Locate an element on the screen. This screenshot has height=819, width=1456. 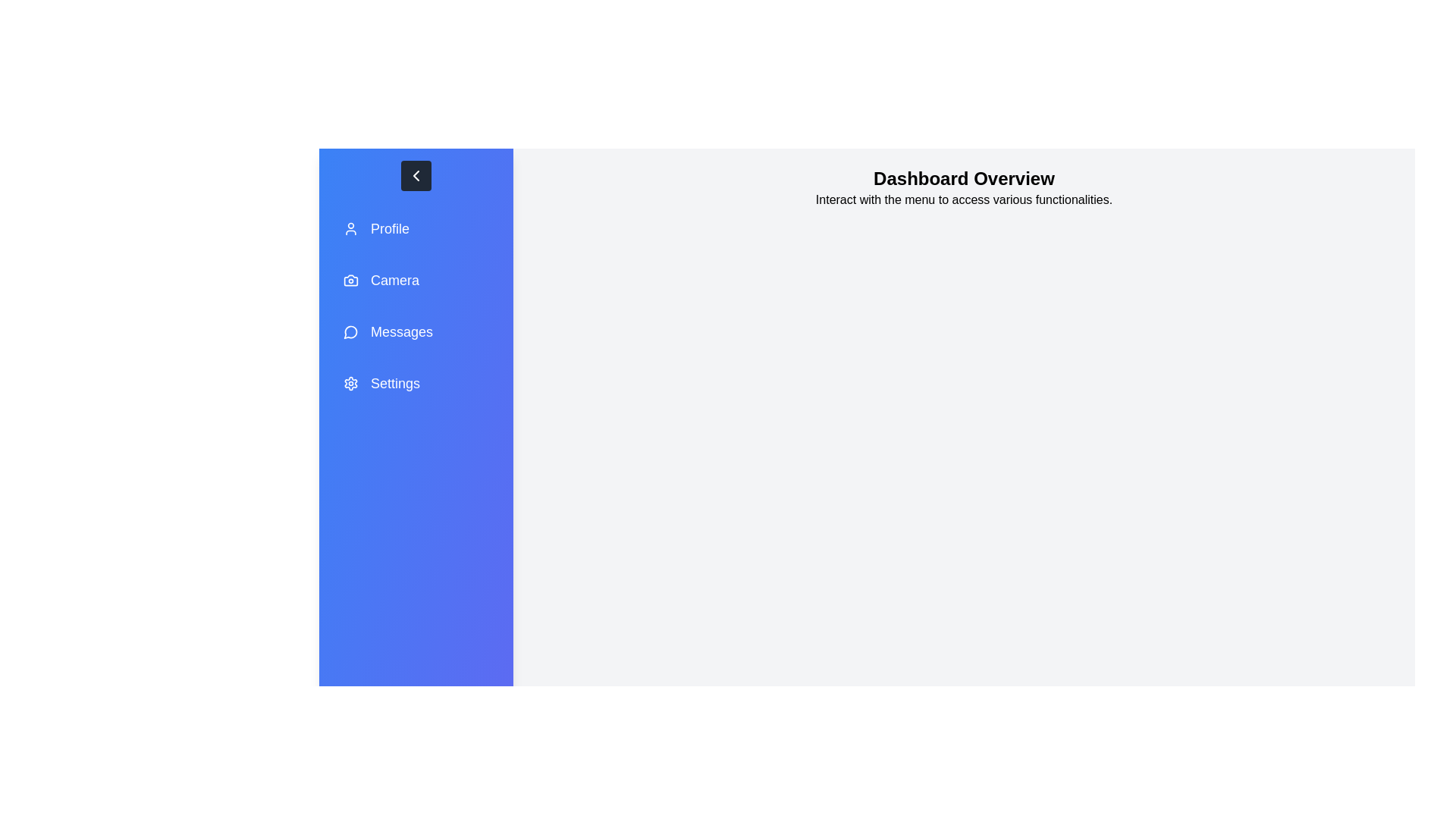
the menu item labeled Messages to navigate to the respective section is located at coordinates (416, 331).